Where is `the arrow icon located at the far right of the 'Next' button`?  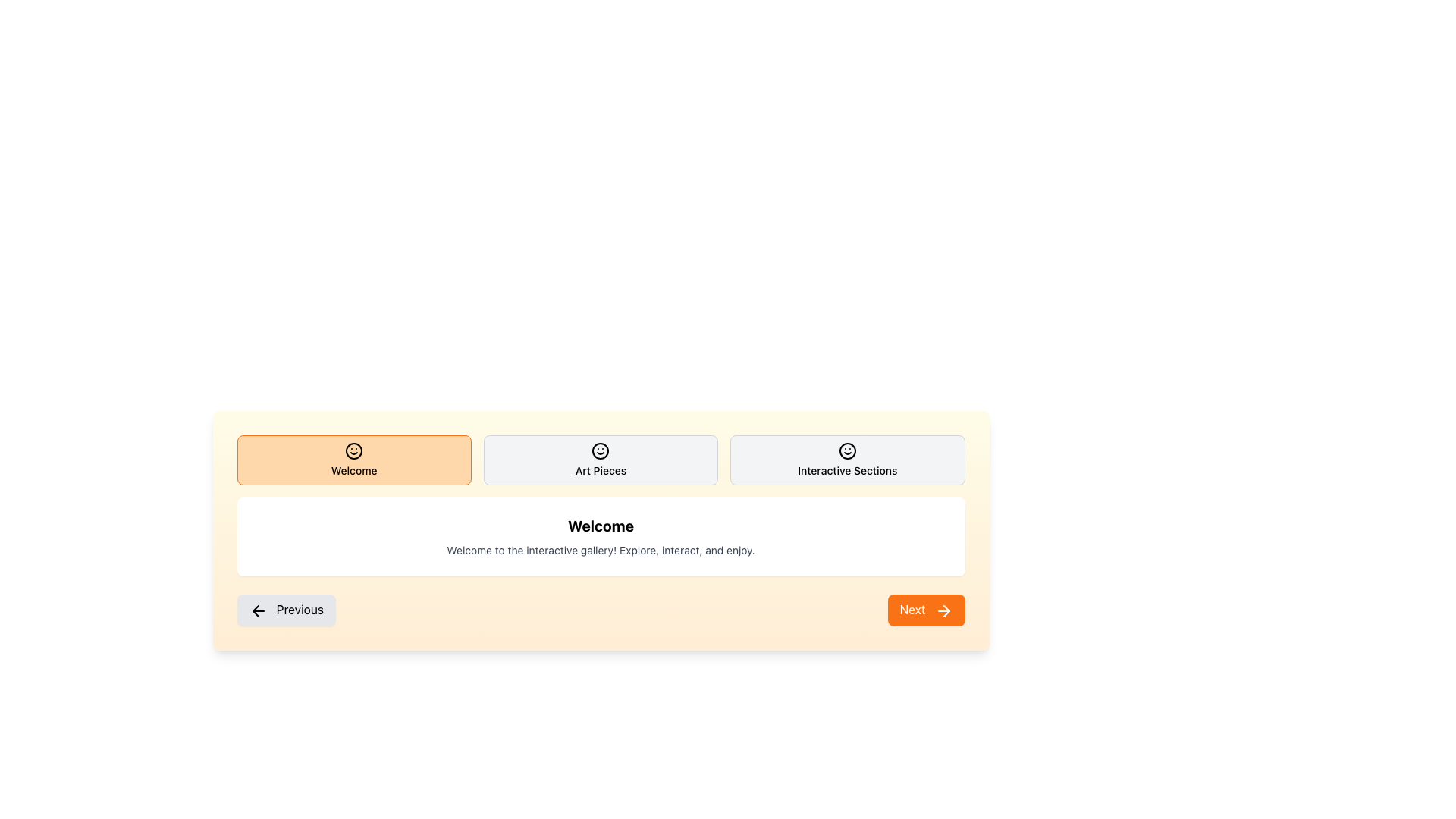 the arrow icon located at the far right of the 'Next' button is located at coordinates (943, 610).